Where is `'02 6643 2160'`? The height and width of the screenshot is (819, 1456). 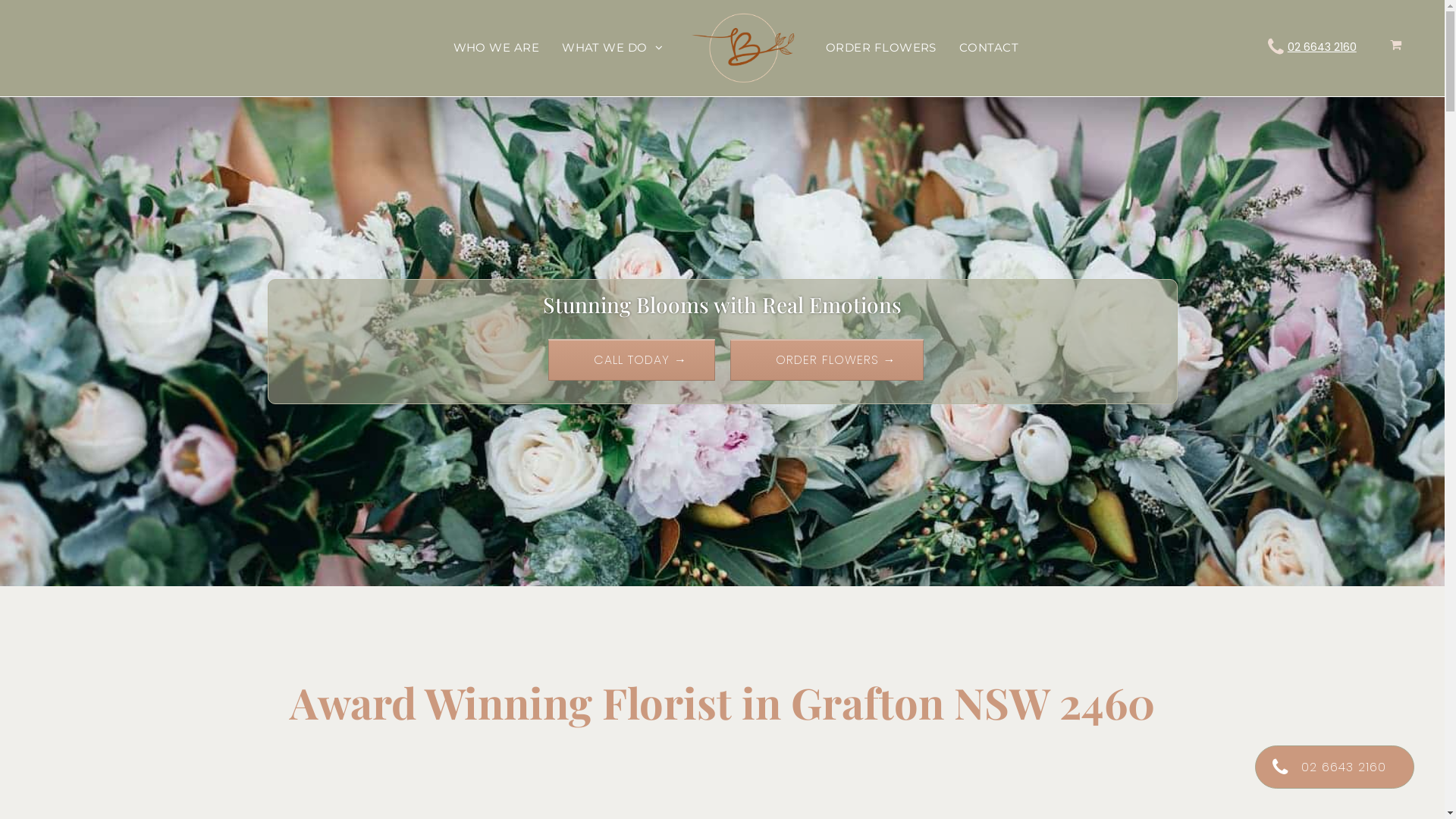
'02 6643 2160' is located at coordinates (1321, 45).